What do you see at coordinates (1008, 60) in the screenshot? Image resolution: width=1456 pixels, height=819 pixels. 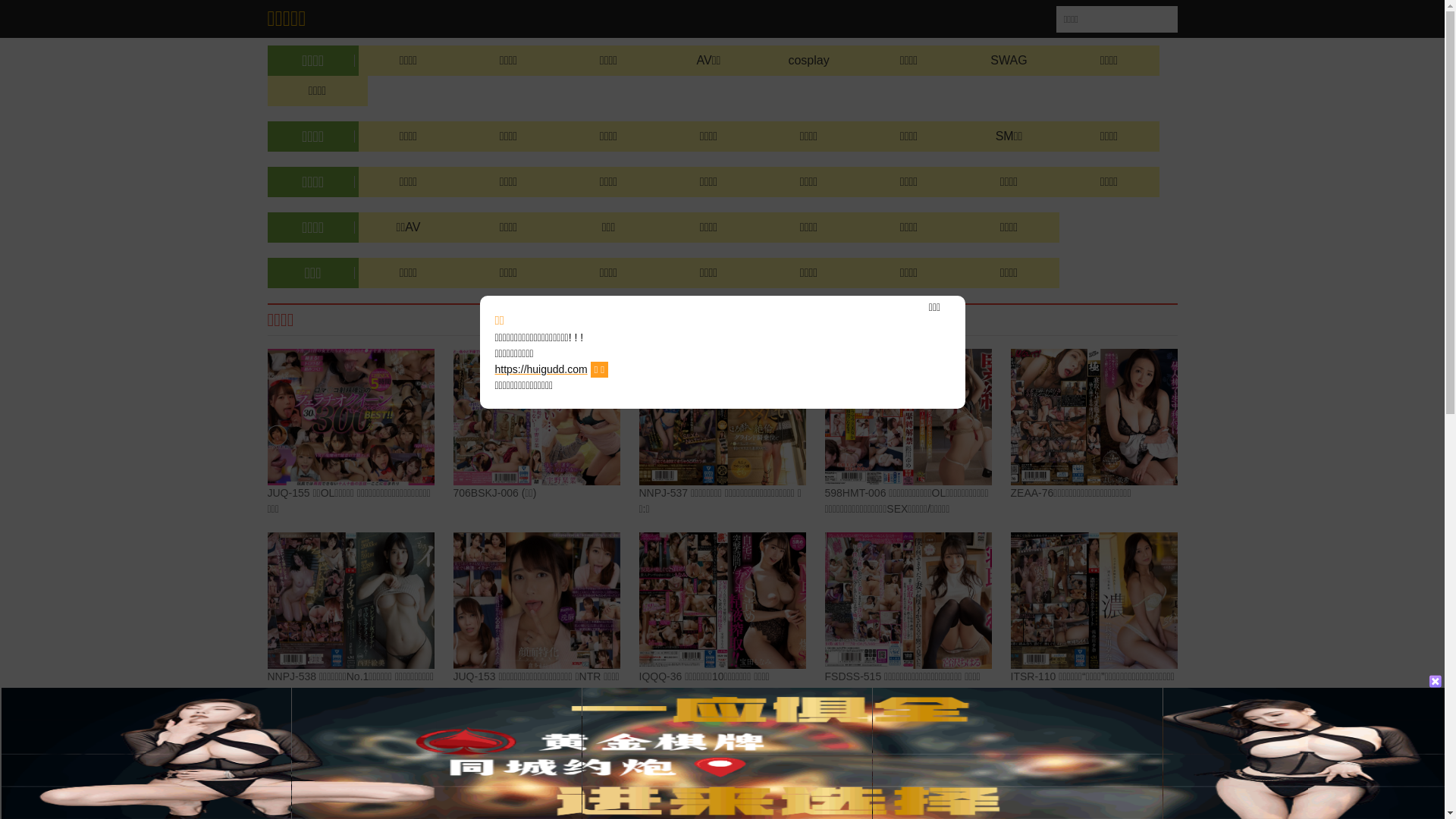 I see `'SWAG'` at bounding box center [1008, 60].